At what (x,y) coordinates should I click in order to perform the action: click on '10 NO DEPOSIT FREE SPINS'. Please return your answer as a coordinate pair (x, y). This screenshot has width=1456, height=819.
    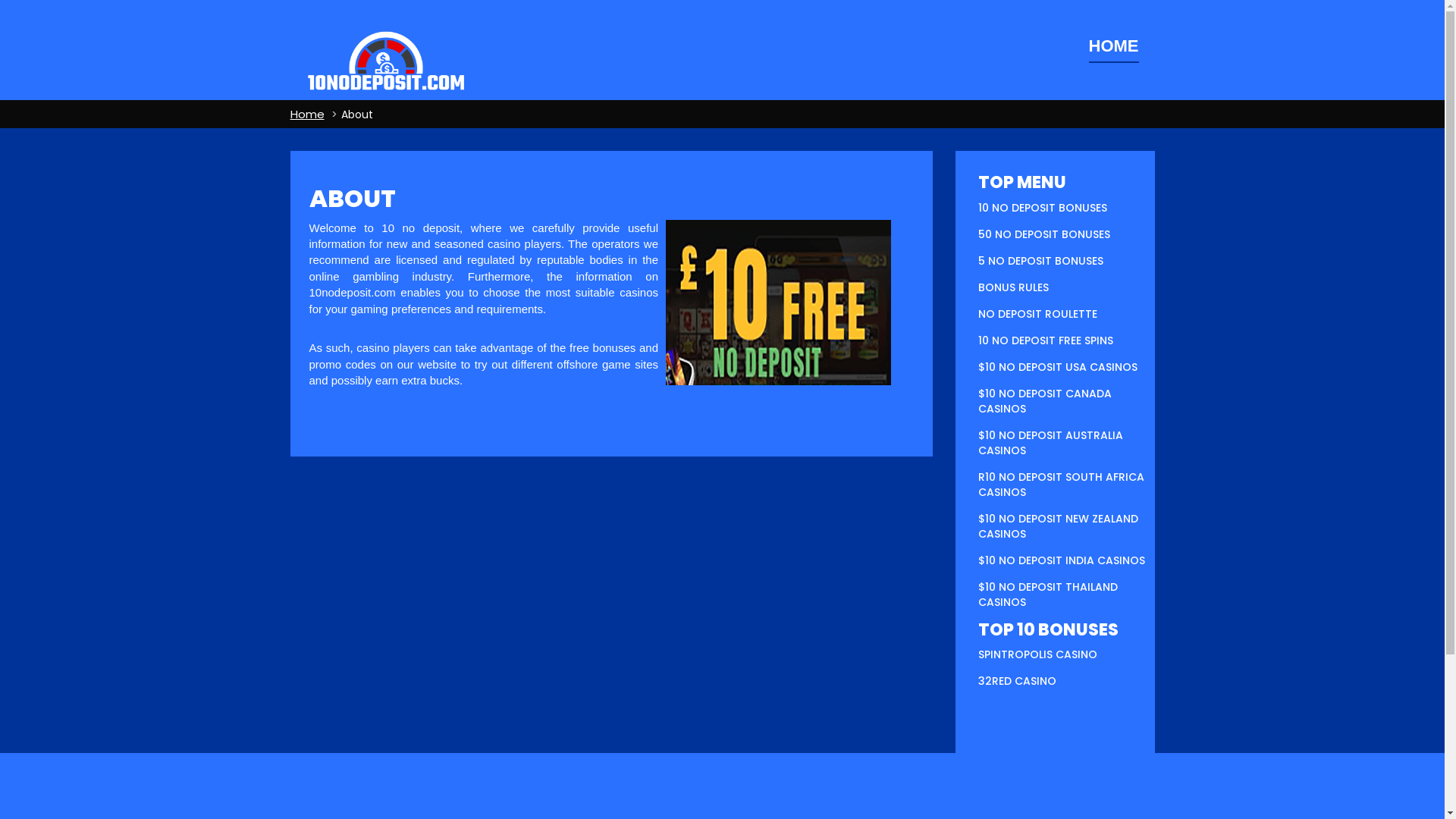
    Looking at the image, I should click on (978, 339).